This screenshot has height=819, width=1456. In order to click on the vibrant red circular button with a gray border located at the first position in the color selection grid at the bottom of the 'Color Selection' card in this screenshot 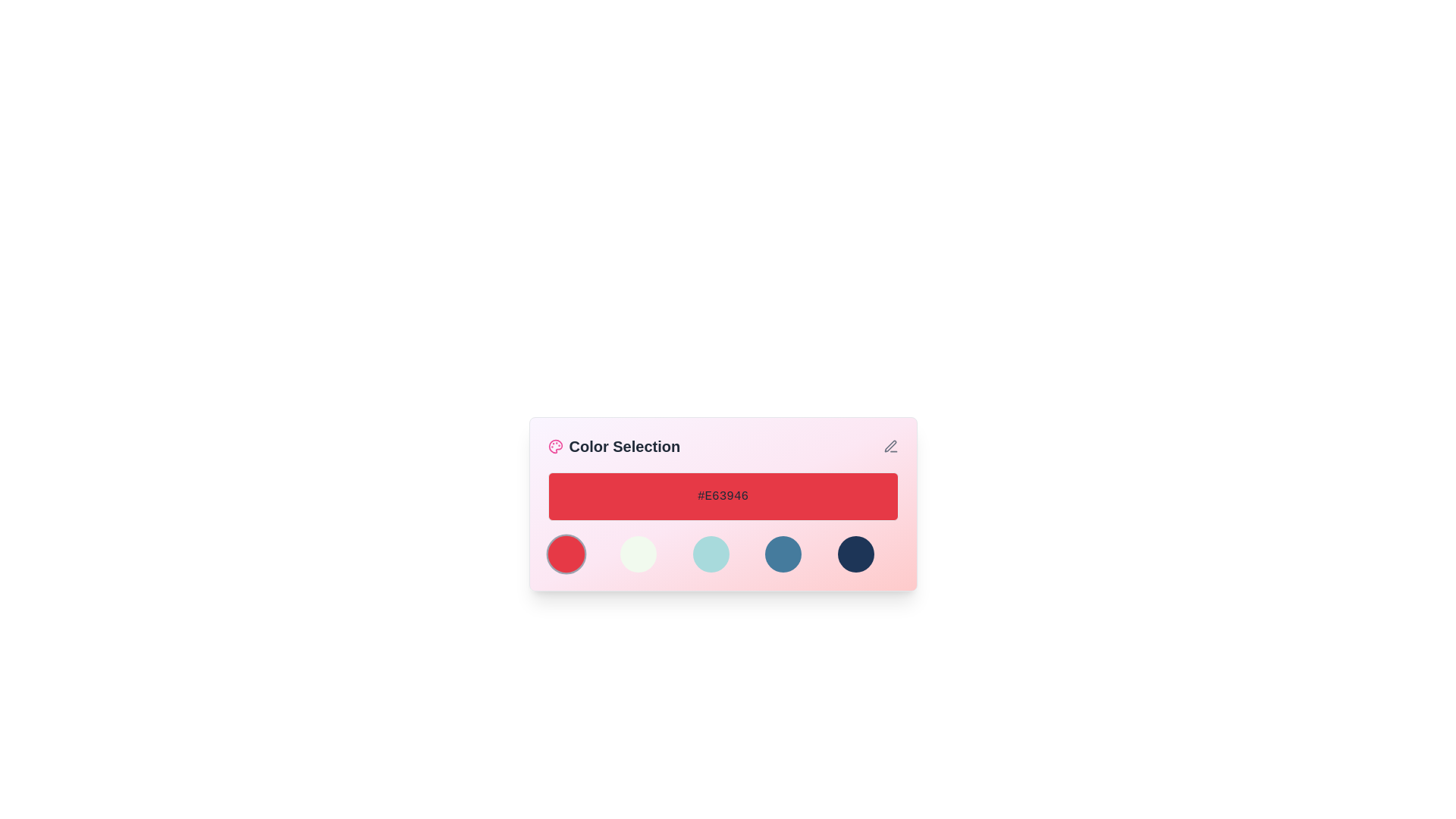, I will do `click(565, 554)`.